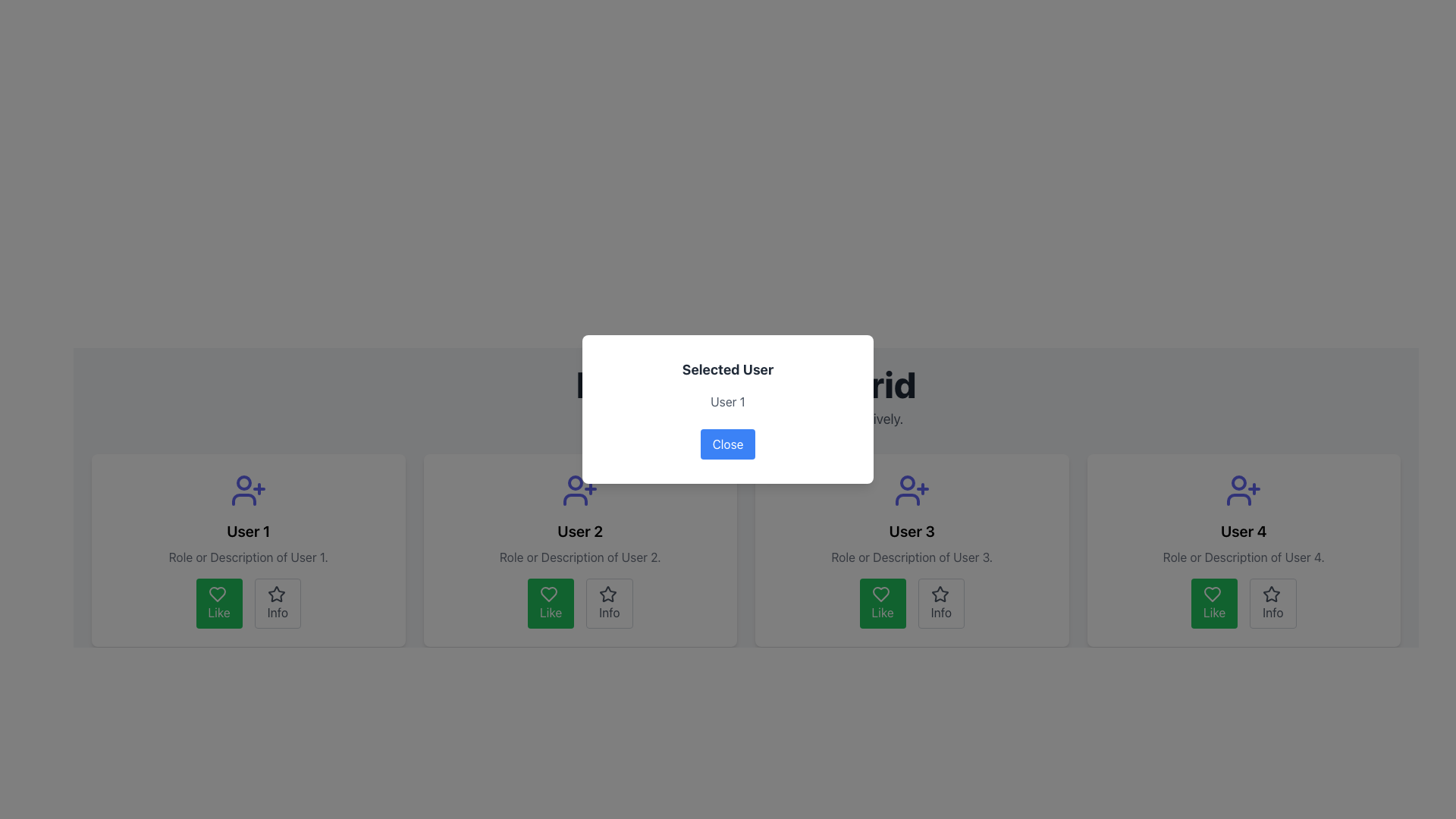 The width and height of the screenshot is (1456, 819). What do you see at coordinates (907, 482) in the screenshot?
I see `the dark filled circular shape which is the head of the user icon for 'User 3', positioned above the label 'User 3'` at bounding box center [907, 482].